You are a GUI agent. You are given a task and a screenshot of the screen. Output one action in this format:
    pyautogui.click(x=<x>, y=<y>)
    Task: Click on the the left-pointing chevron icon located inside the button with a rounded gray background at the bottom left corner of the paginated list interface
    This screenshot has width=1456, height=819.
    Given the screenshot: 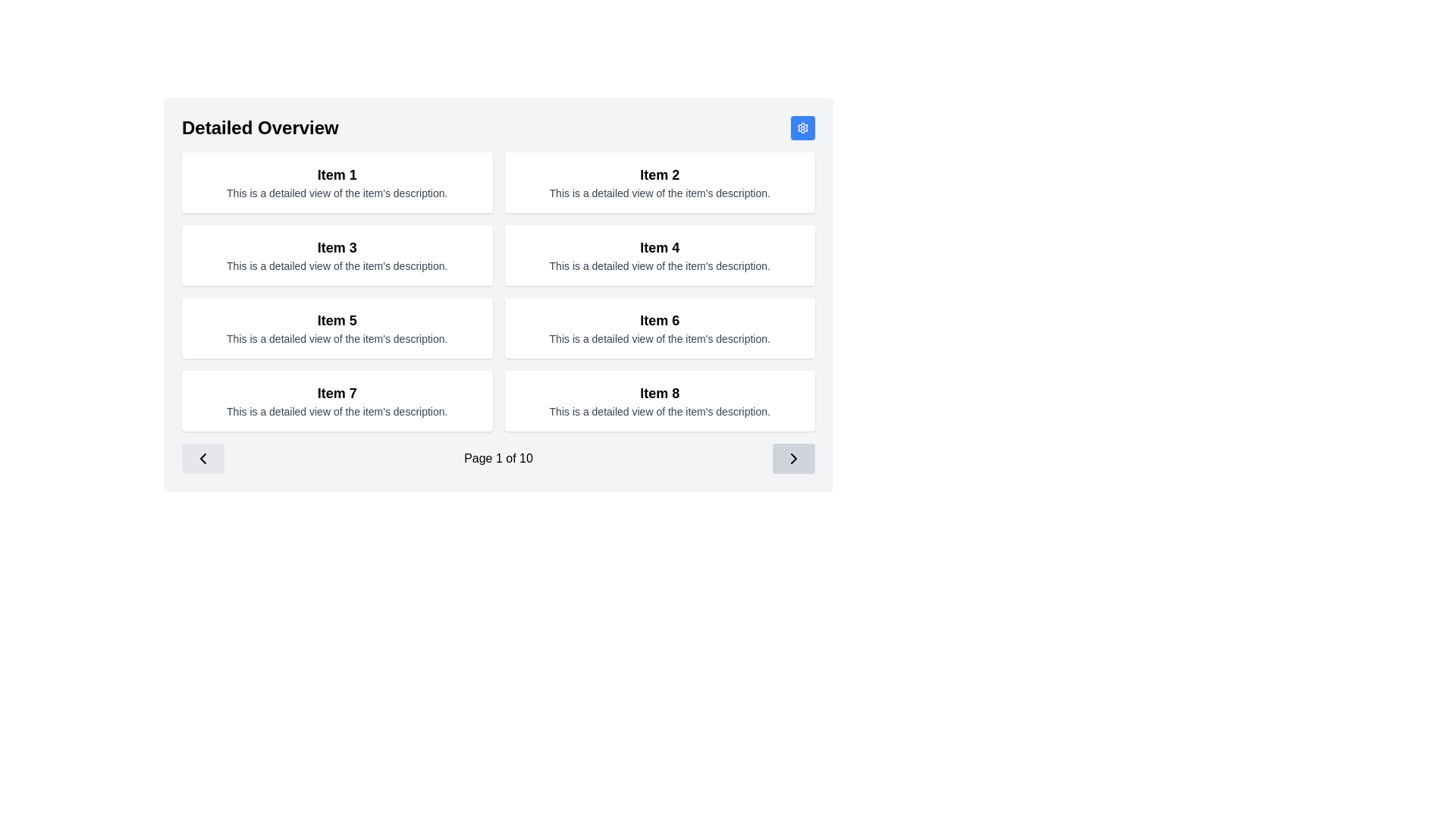 What is the action you would take?
    pyautogui.click(x=202, y=458)
    